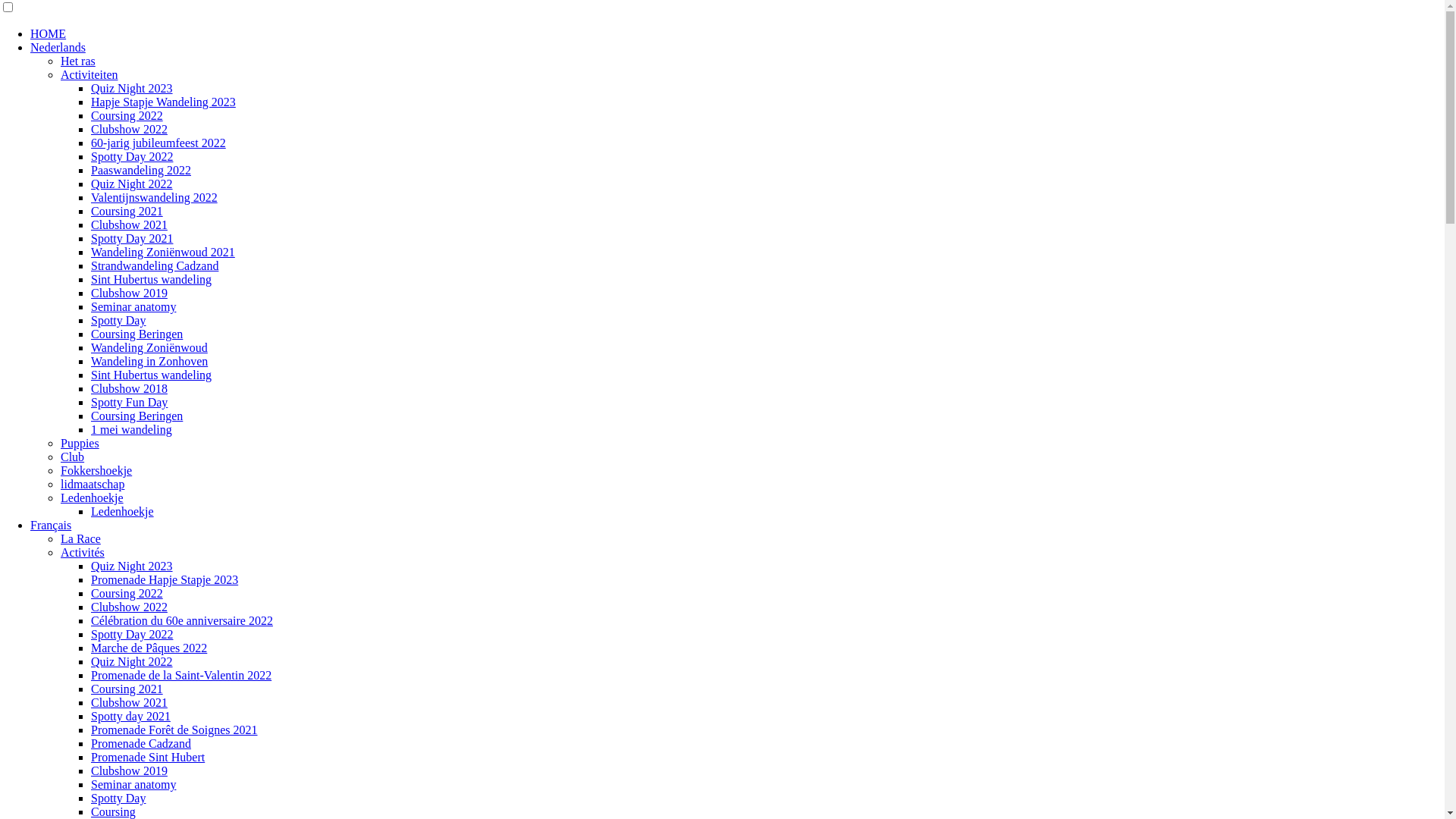 Image resolution: width=1456 pixels, height=819 pixels. I want to click on 'Activiteiten', so click(89, 74).